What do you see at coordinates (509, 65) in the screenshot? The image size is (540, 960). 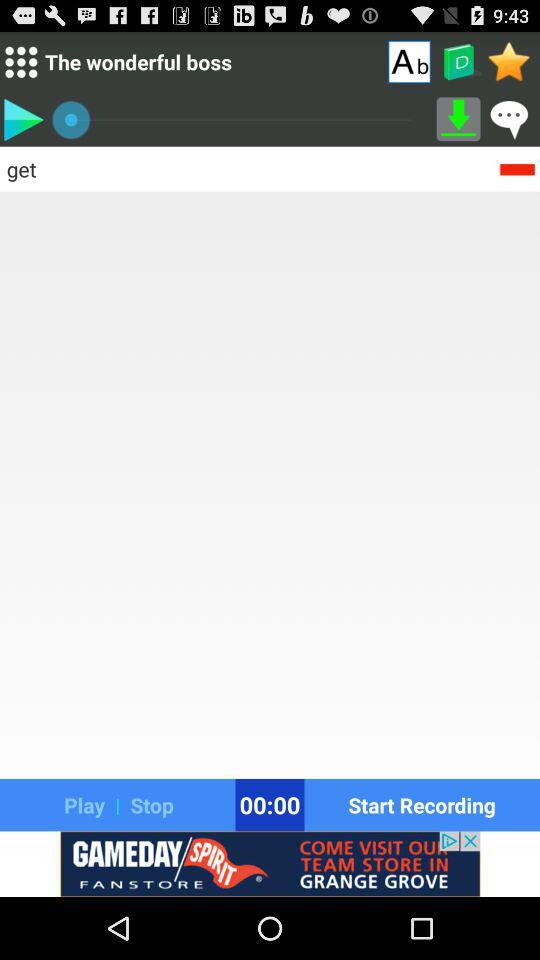 I see `the star icon` at bounding box center [509, 65].